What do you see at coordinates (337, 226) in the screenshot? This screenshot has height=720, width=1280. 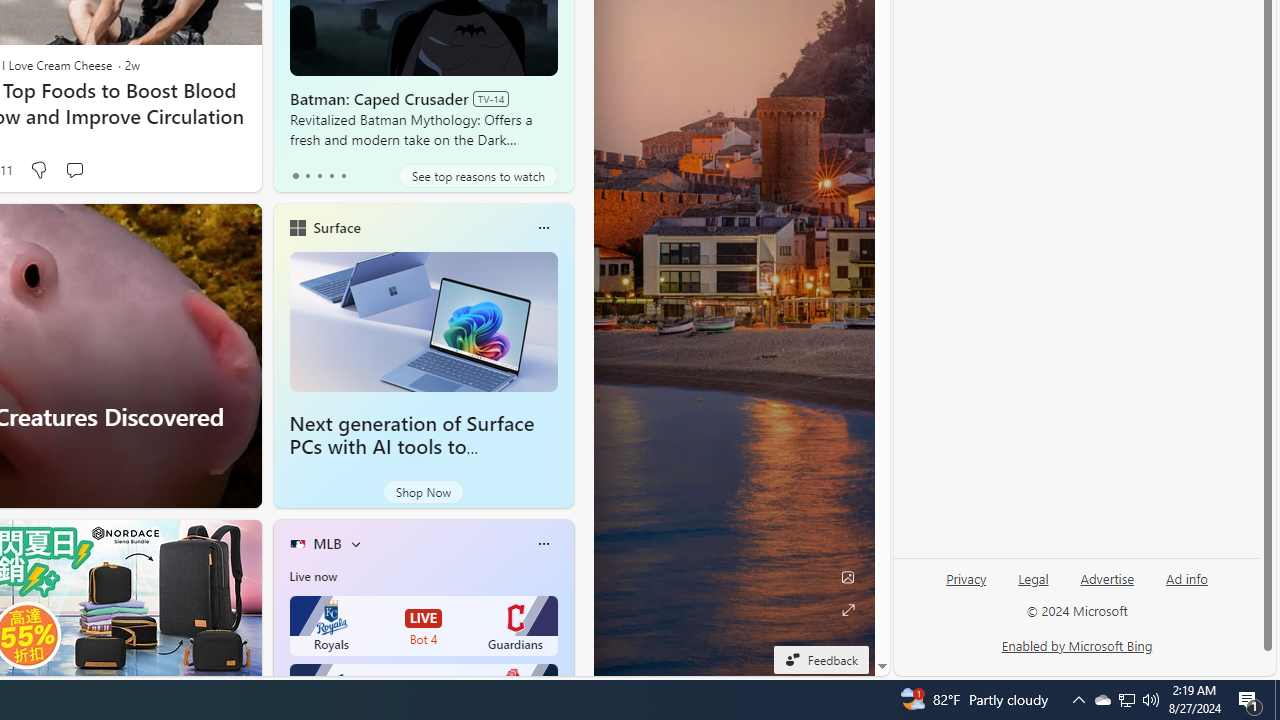 I see `'Surface'` at bounding box center [337, 226].